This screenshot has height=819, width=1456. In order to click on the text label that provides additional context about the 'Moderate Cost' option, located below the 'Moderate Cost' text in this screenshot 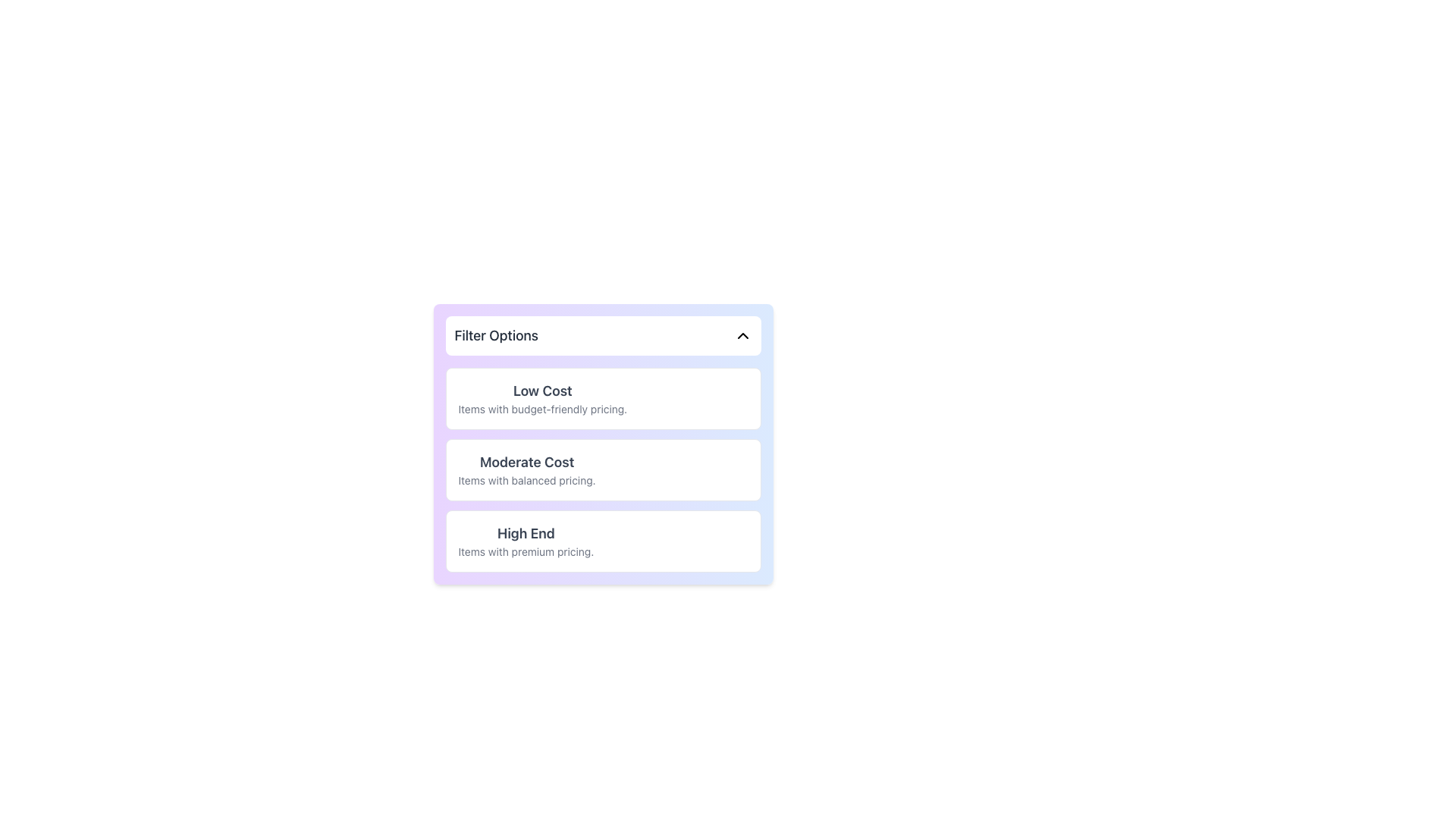, I will do `click(527, 480)`.